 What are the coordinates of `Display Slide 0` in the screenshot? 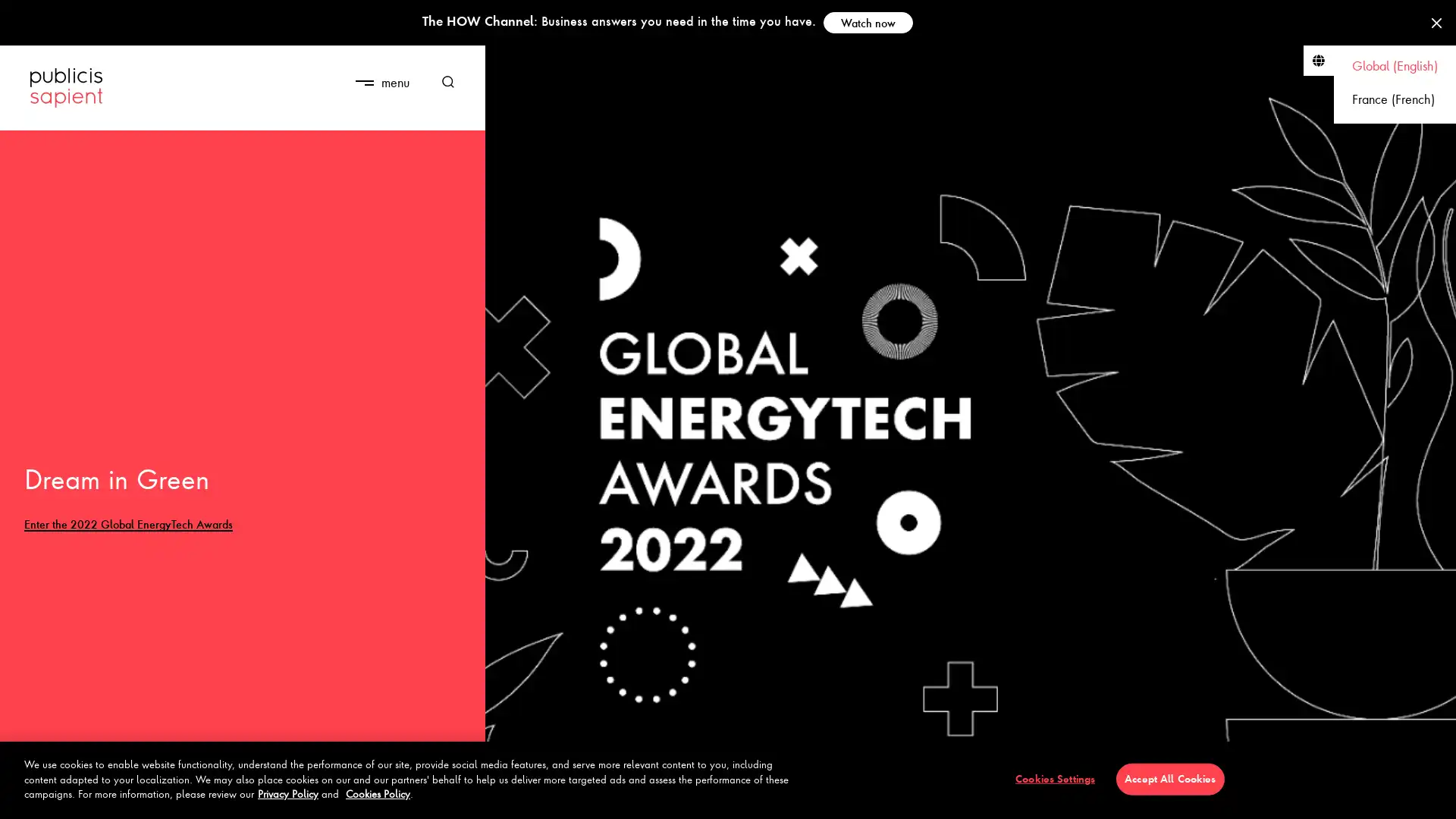 It's located at (29, 798).